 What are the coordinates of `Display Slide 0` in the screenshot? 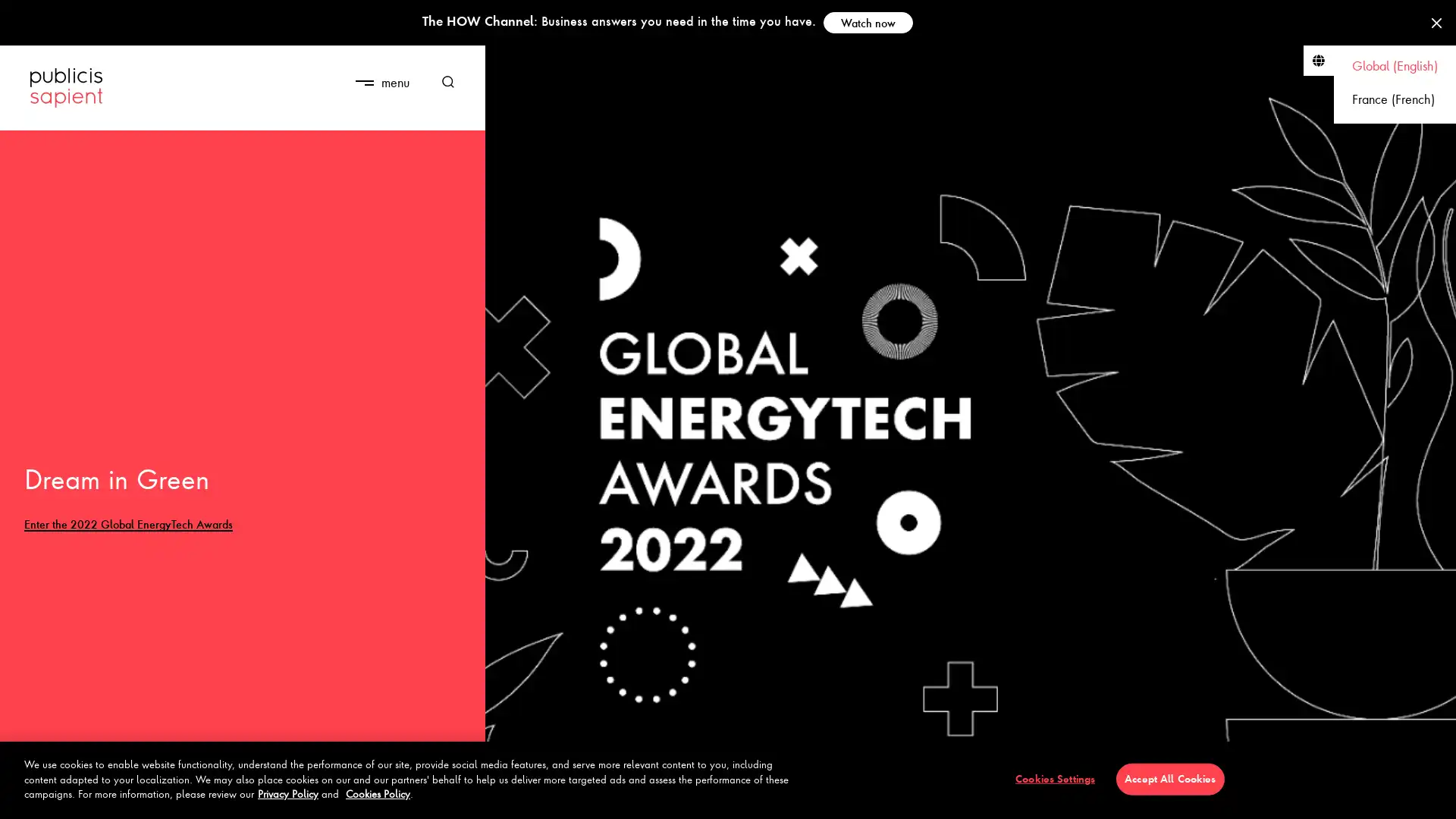 It's located at (29, 798).